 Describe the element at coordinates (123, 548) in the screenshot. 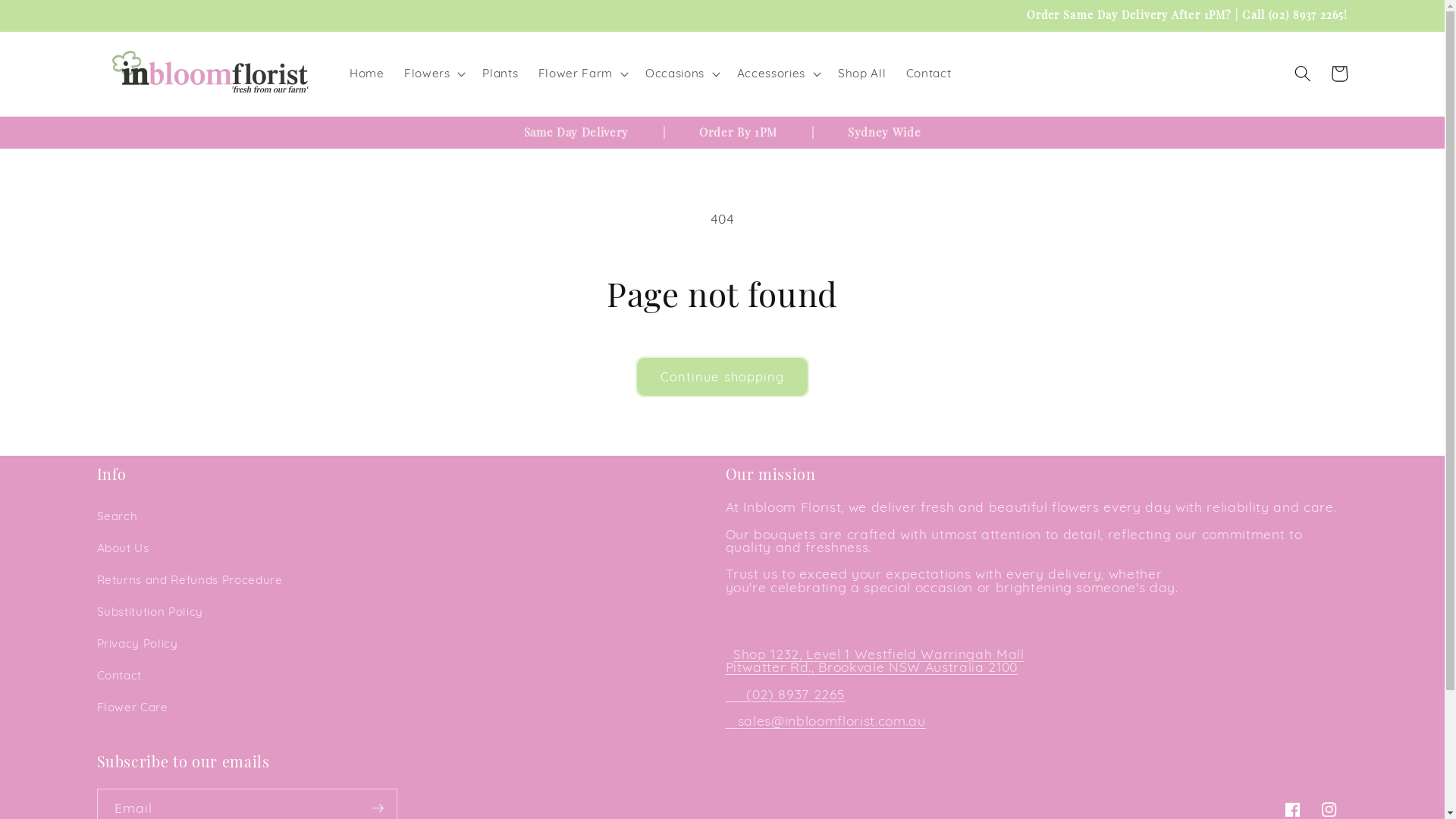

I see `'About Us'` at that location.